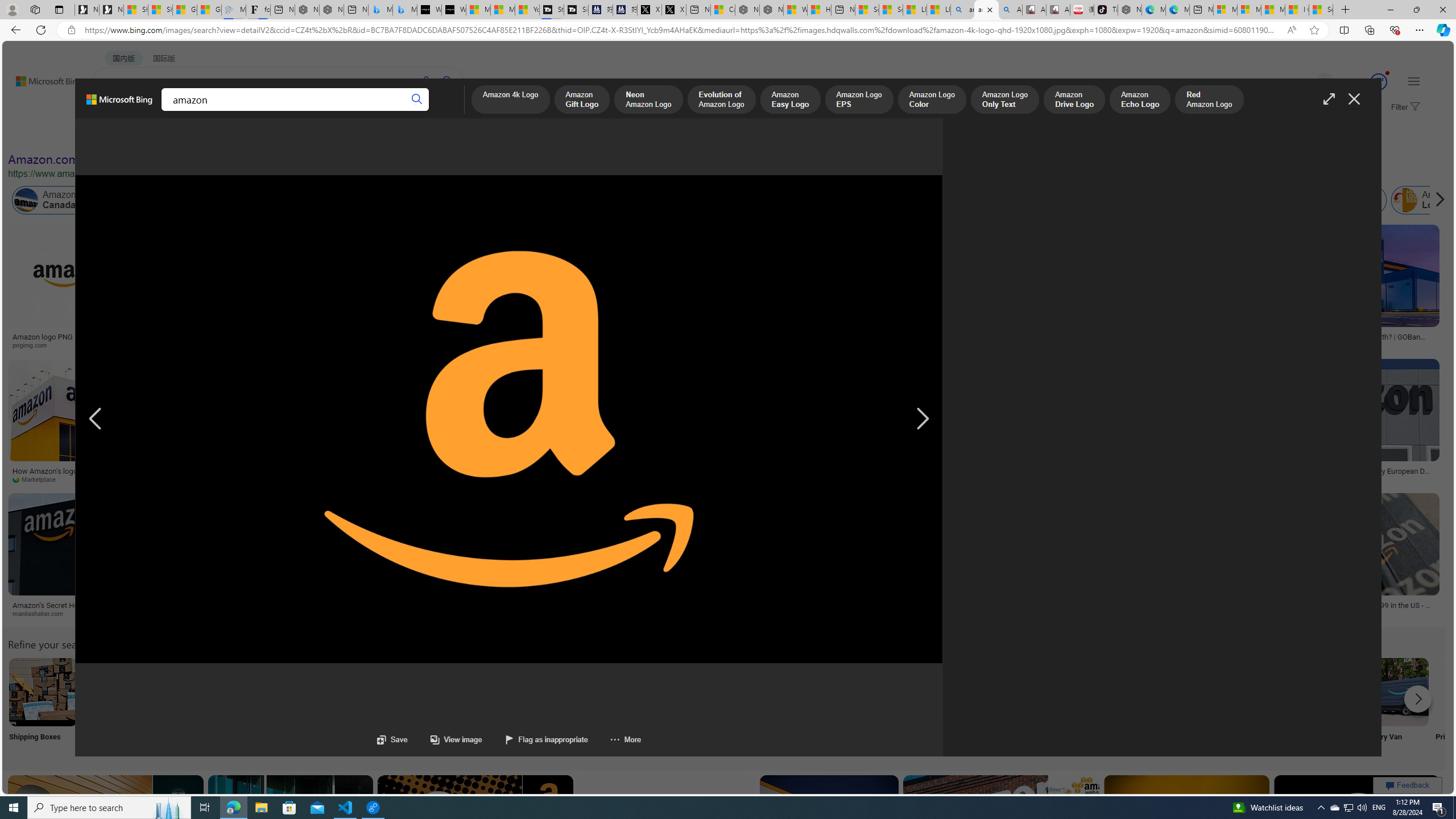 This screenshot has height=819, width=1456. What do you see at coordinates (111, 9) in the screenshot?
I see `'Newsletter Sign Up'` at bounding box center [111, 9].